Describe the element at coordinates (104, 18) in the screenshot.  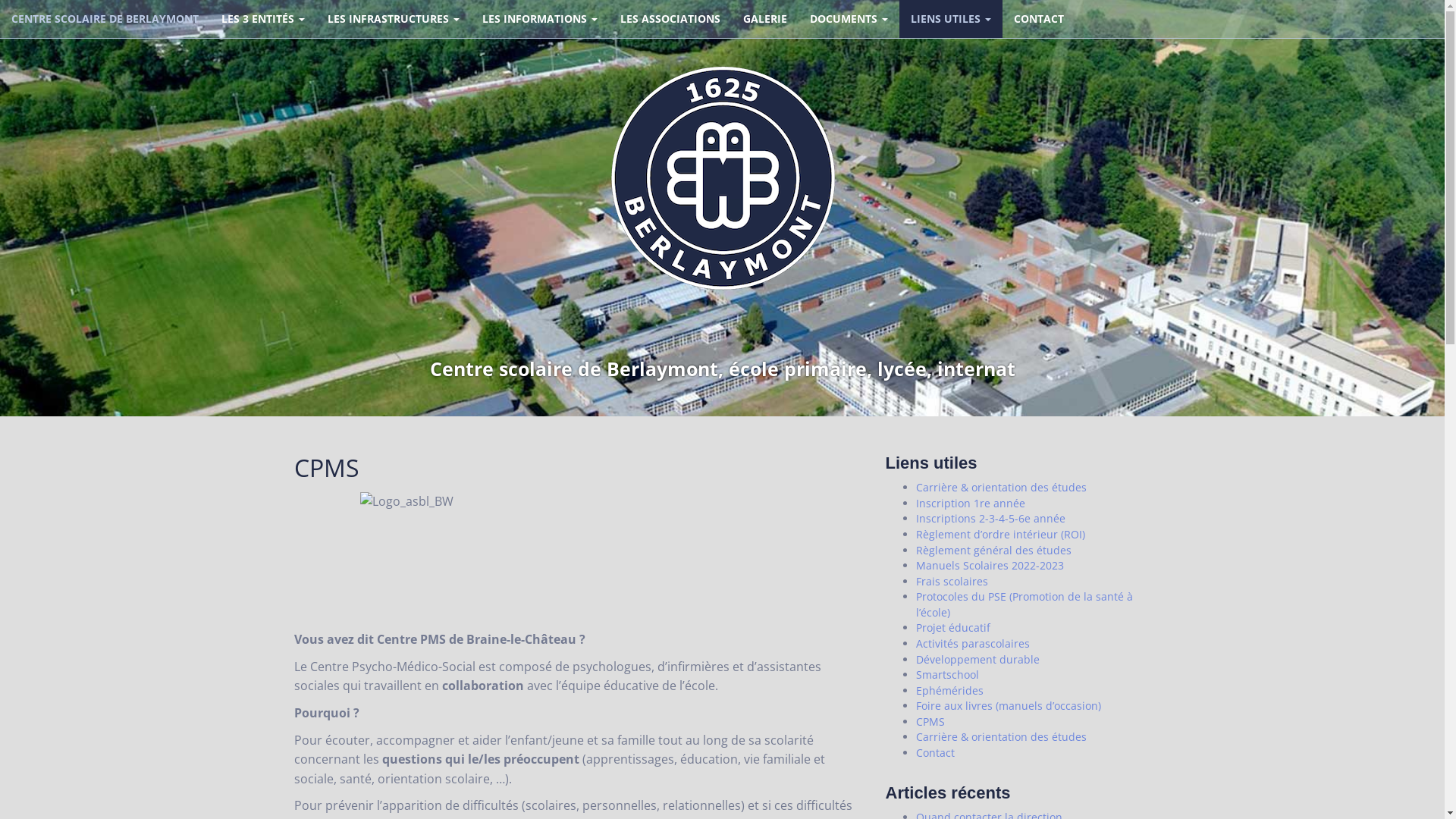
I see `'CENTRE SCOLAIRE DE BERLAYMONT'` at that location.